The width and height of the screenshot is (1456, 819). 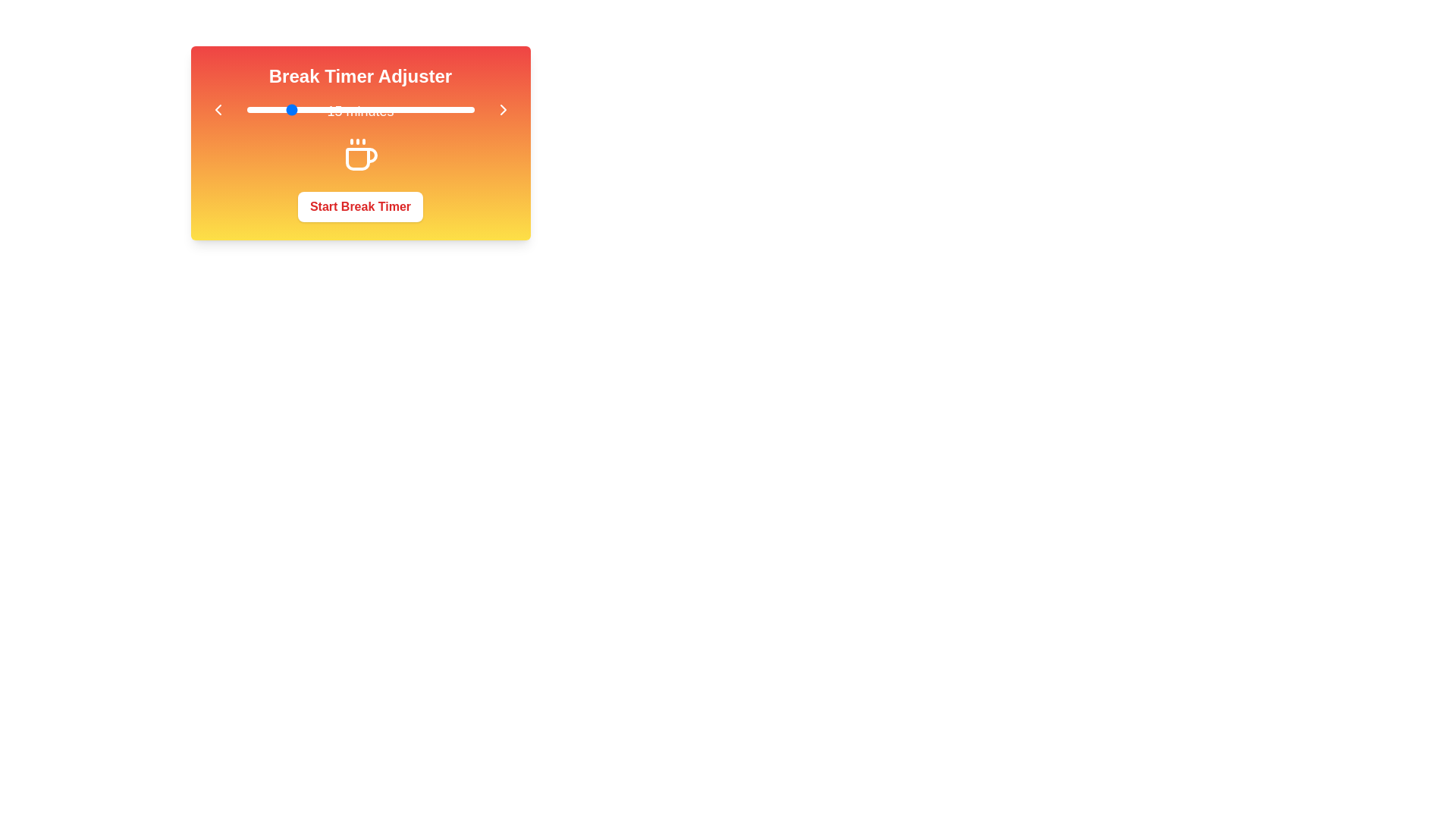 I want to click on the slider to set the break duration to 48 minutes, so click(x=425, y=109).